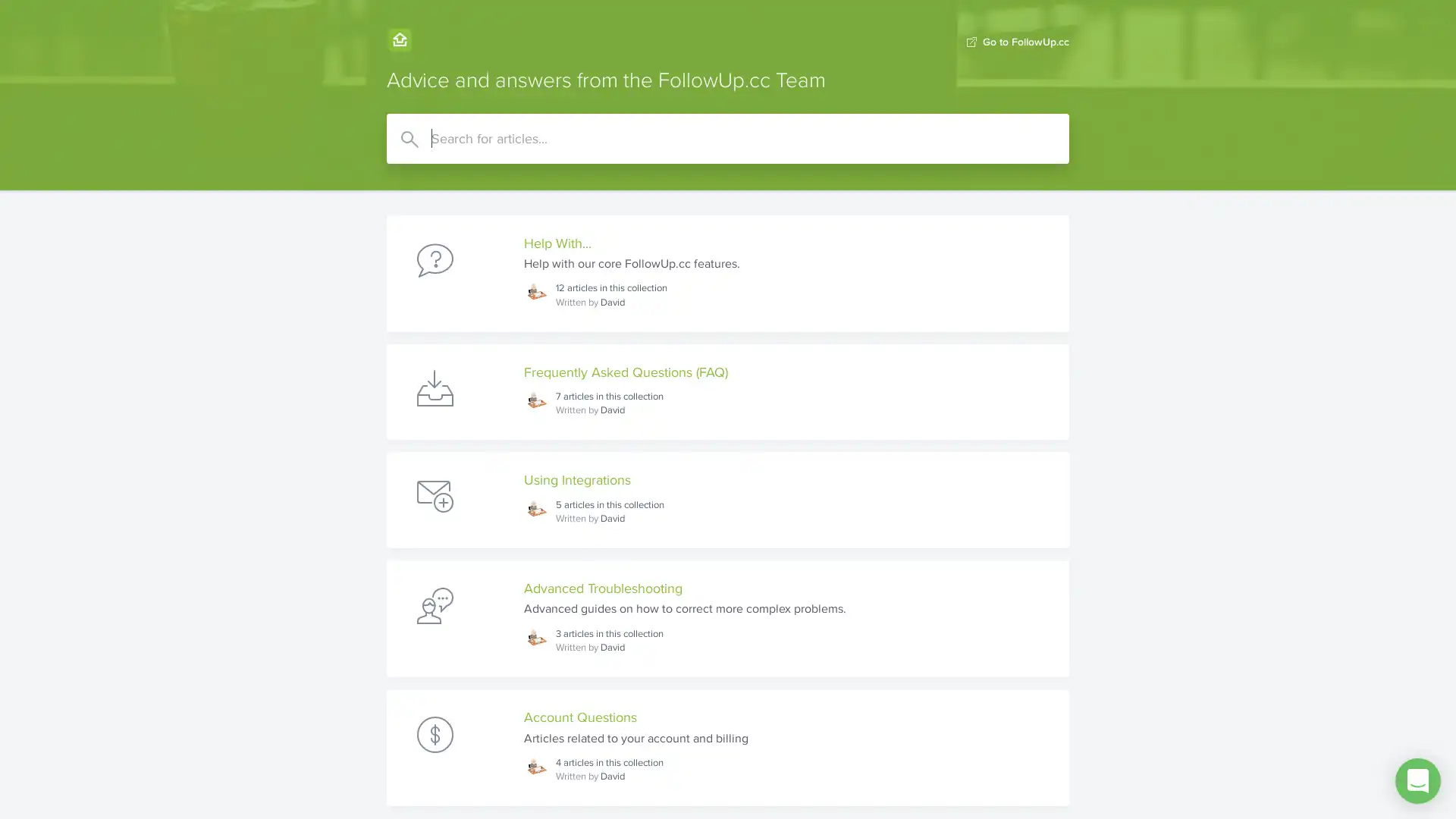 The image size is (1456, 819). Describe the element at coordinates (1417, 780) in the screenshot. I see `Open Intercom Messenger` at that location.